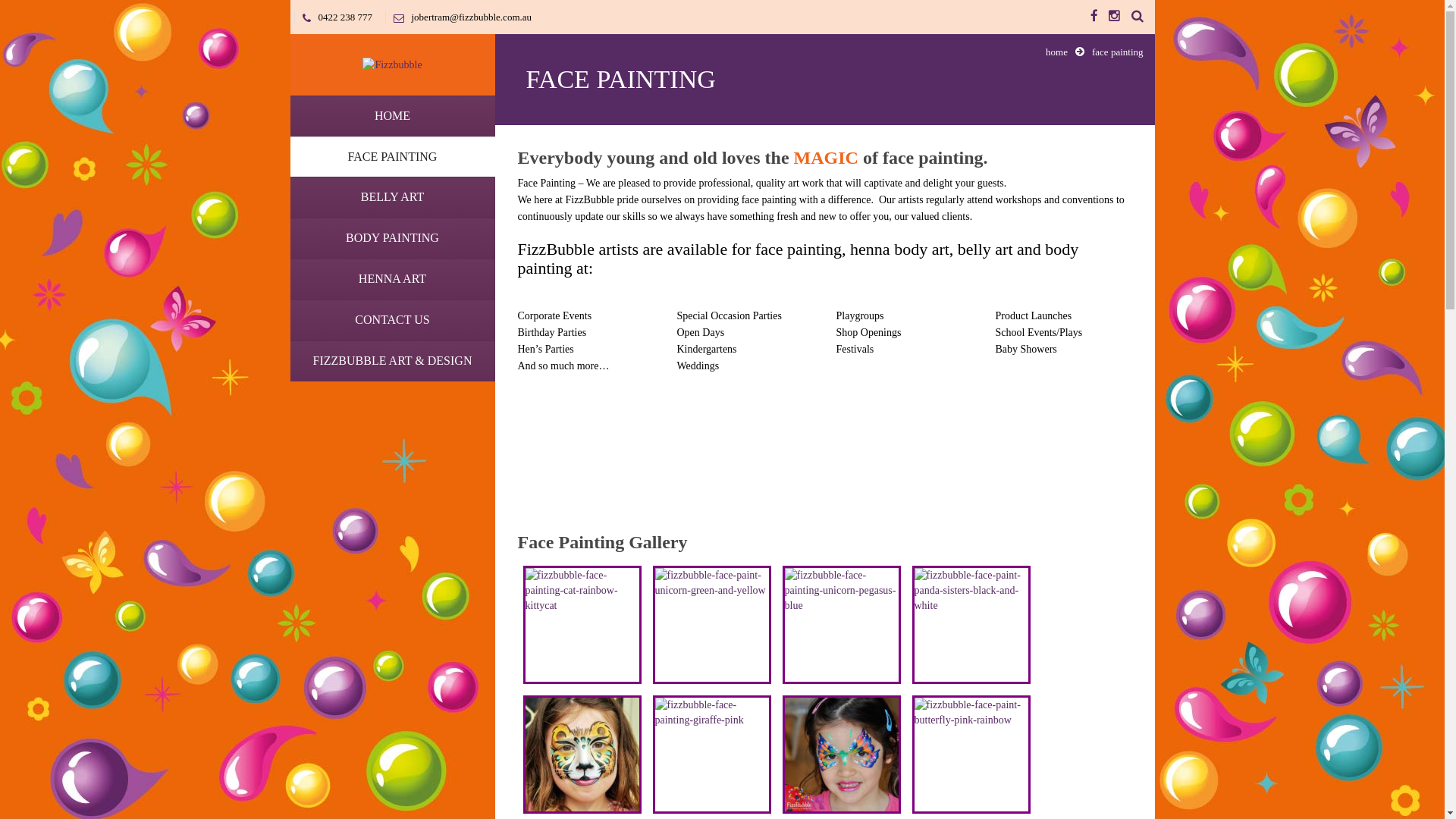  What do you see at coordinates (392, 63) in the screenshot?
I see `'Fizzbubble'` at bounding box center [392, 63].